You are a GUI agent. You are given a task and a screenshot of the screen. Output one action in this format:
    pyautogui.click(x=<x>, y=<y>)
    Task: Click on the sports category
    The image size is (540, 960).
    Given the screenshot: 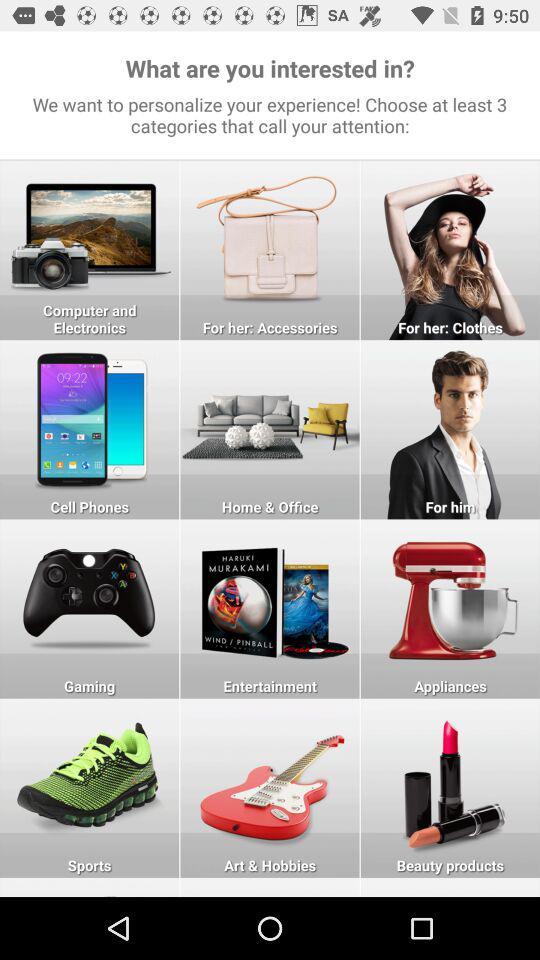 What is the action you would take?
    pyautogui.click(x=88, y=788)
    